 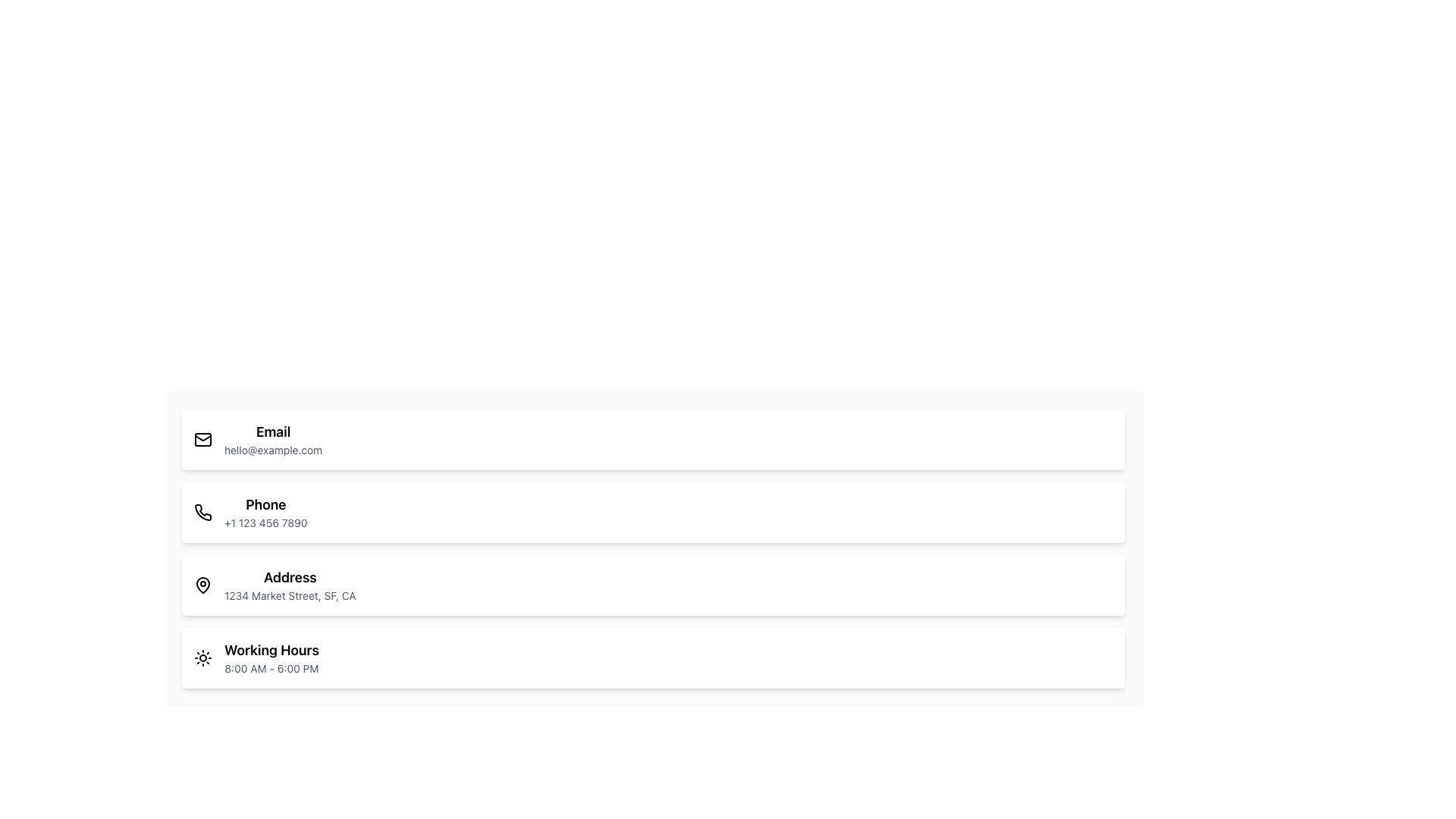 What do you see at coordinates (202, 657) in the screenshot?
I see `the sun icon located to the left of the 'Working Hours' label in the fourth card section` at bounding box center [202, 657].